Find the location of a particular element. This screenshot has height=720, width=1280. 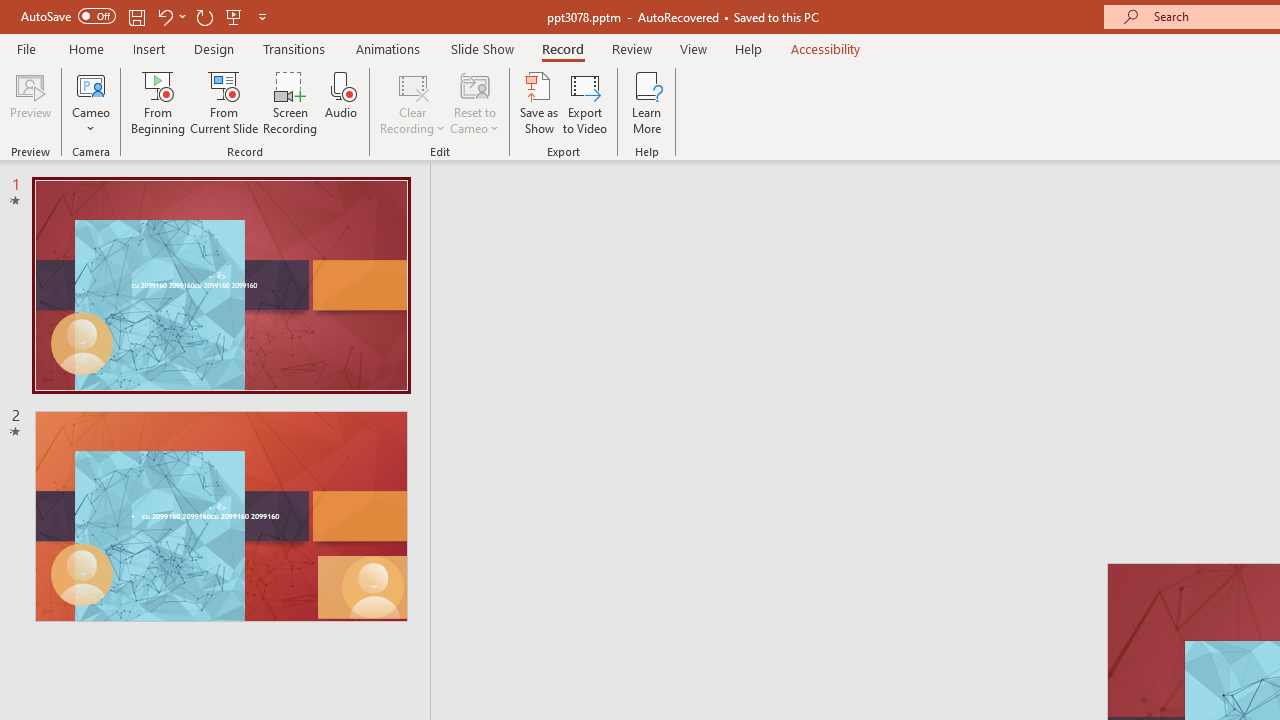

'Save as Show' is located at coordinates (539, 103).